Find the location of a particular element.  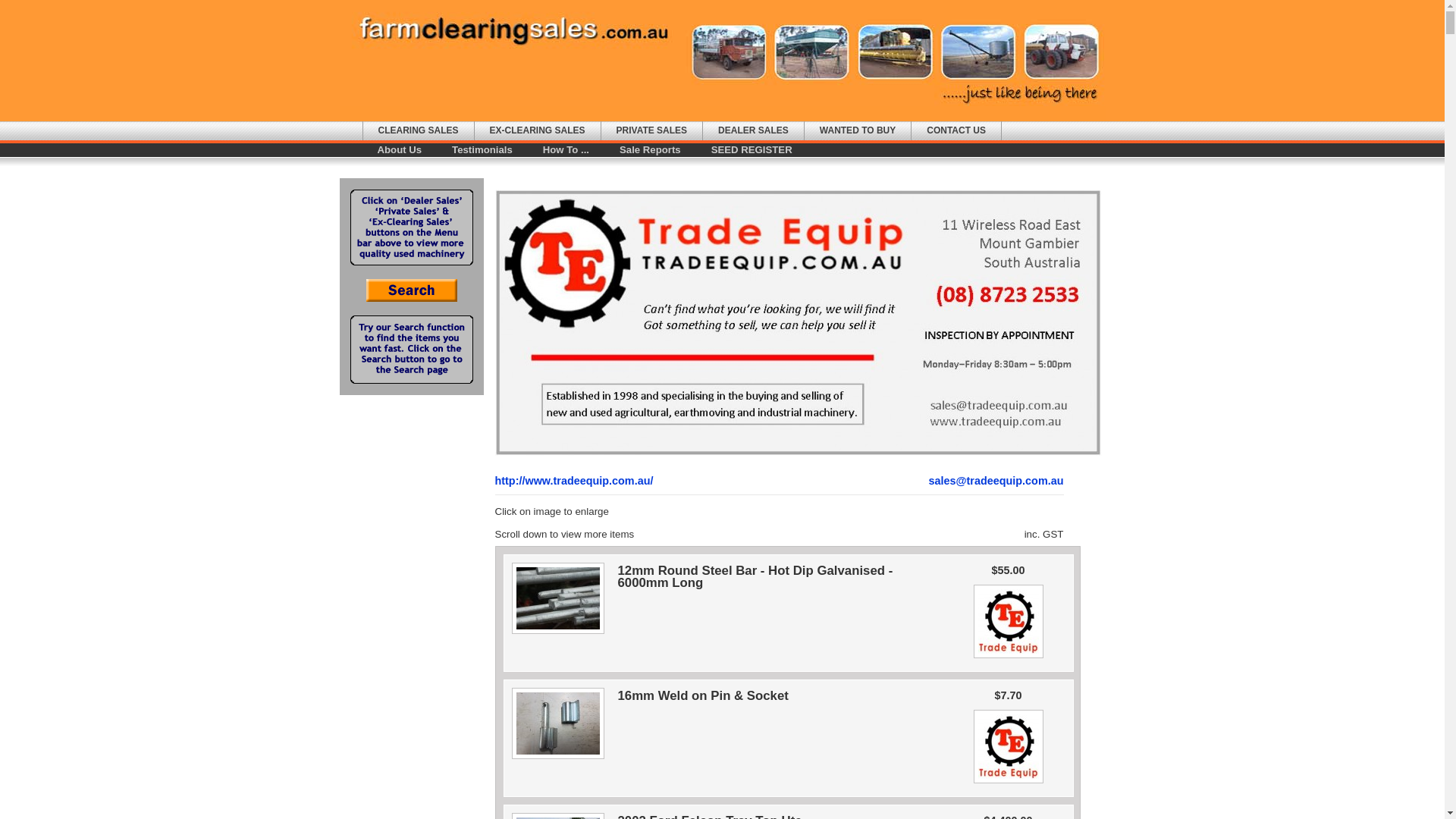

'http://www.tradeequip.com.au/' is located at coordinates (573, 480).